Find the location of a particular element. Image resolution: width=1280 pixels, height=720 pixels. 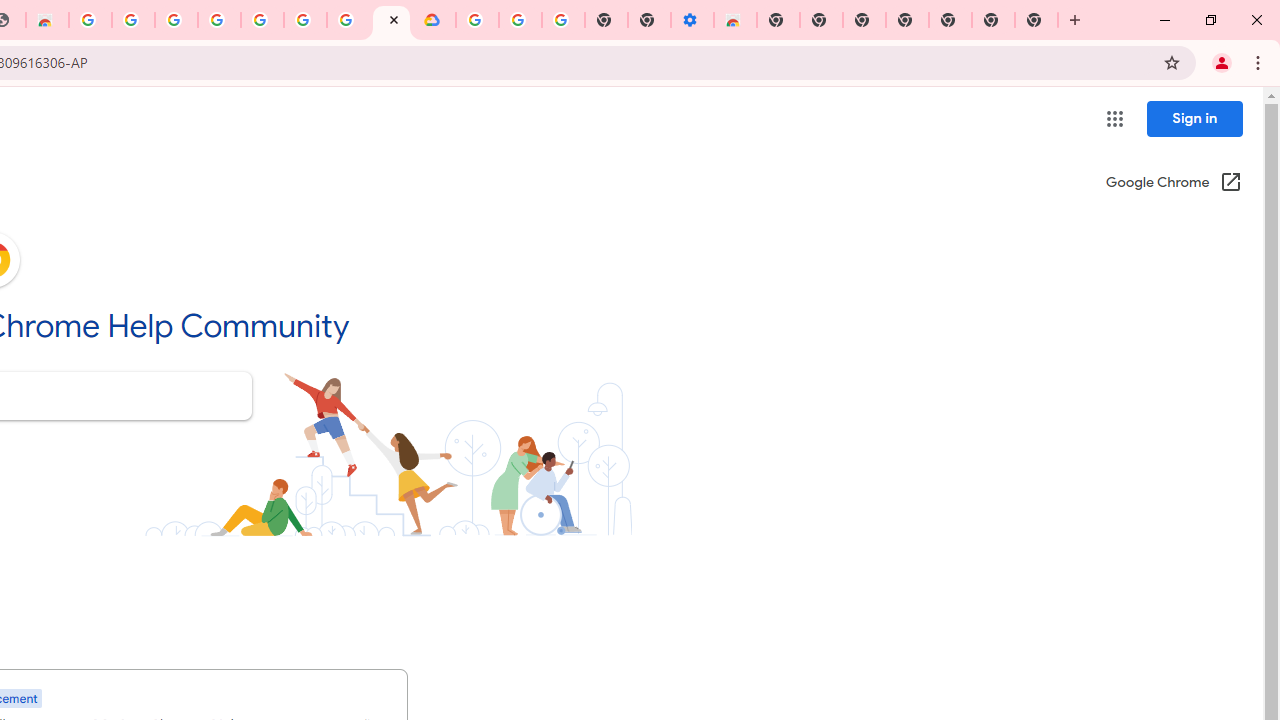

'Ad Settings' is located at coordinates (176, 20).